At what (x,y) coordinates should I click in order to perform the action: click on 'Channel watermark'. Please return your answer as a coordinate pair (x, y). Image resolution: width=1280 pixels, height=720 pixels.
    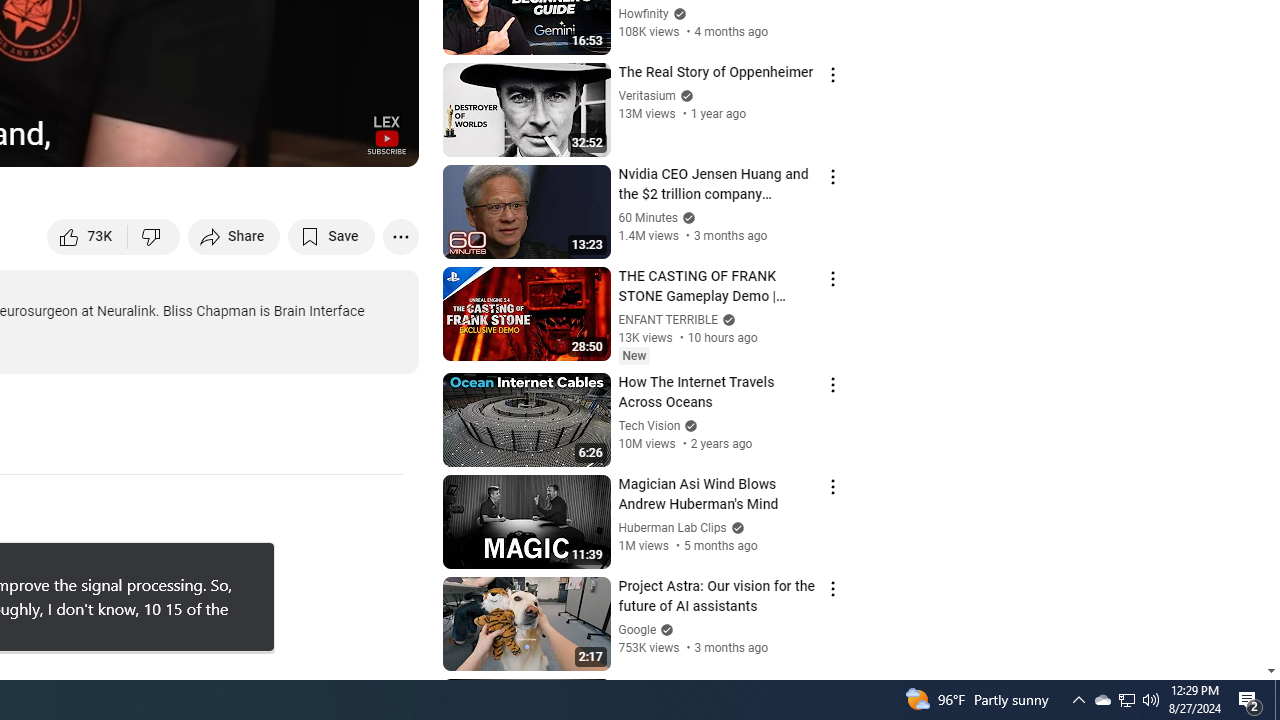
    Looking at the image, I should click on (386, 135).